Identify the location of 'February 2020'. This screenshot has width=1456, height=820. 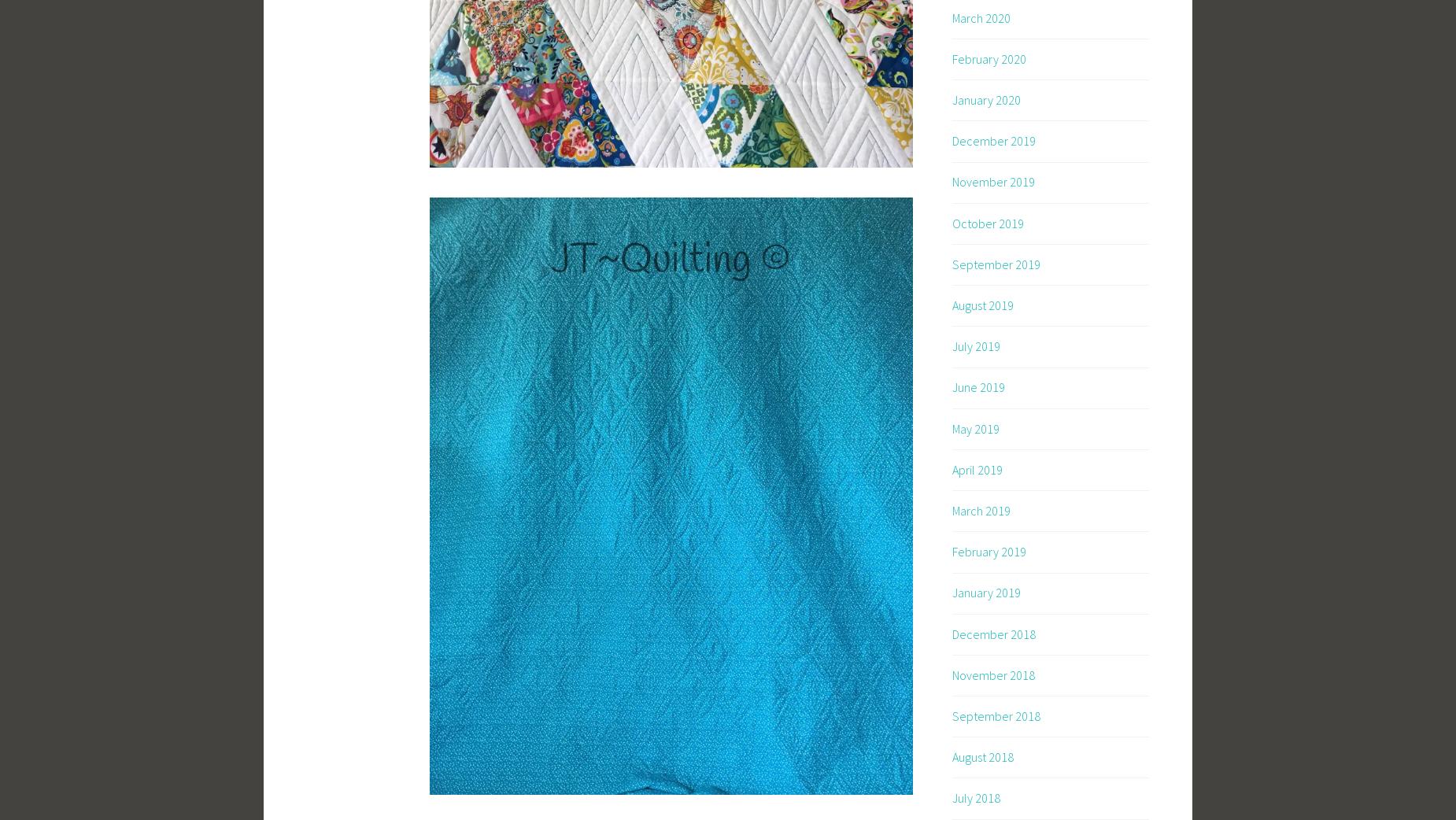
(989, 57).